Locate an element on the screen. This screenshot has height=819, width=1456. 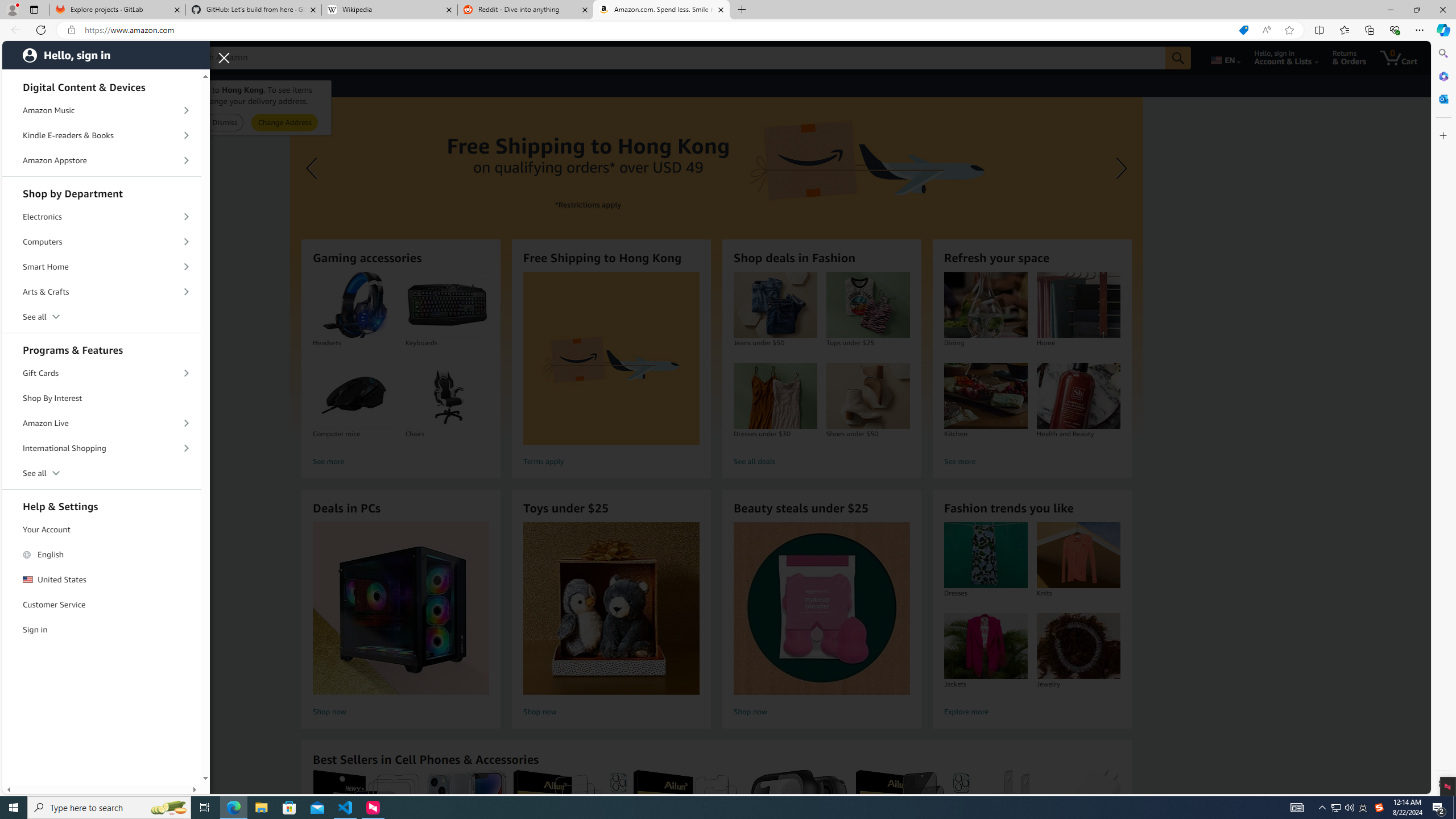
'Amazon Music' is located at coordinates (102, 111).